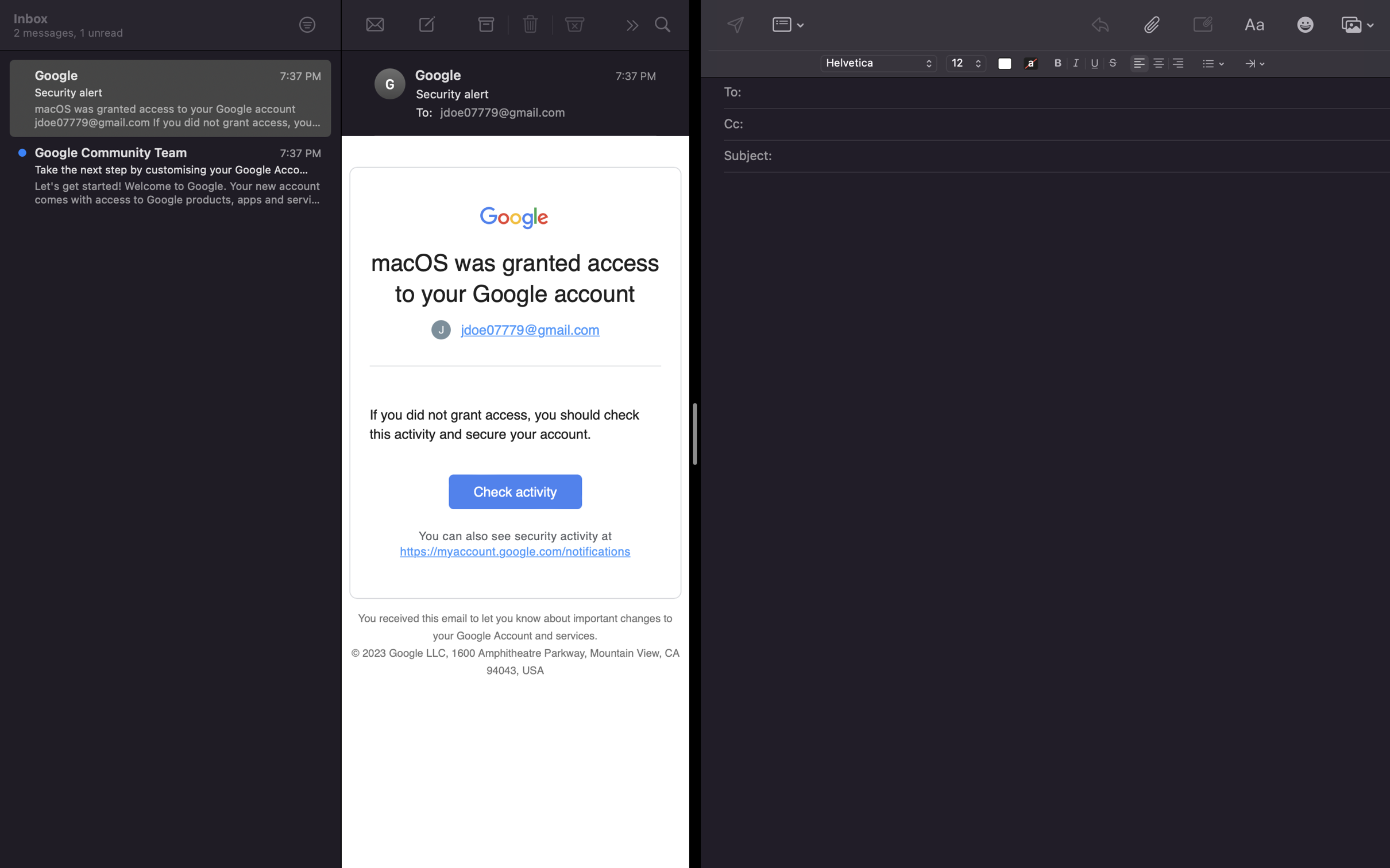 The image size is (1390, 868). I want to click on Respond to selected email, so click(630, 26).